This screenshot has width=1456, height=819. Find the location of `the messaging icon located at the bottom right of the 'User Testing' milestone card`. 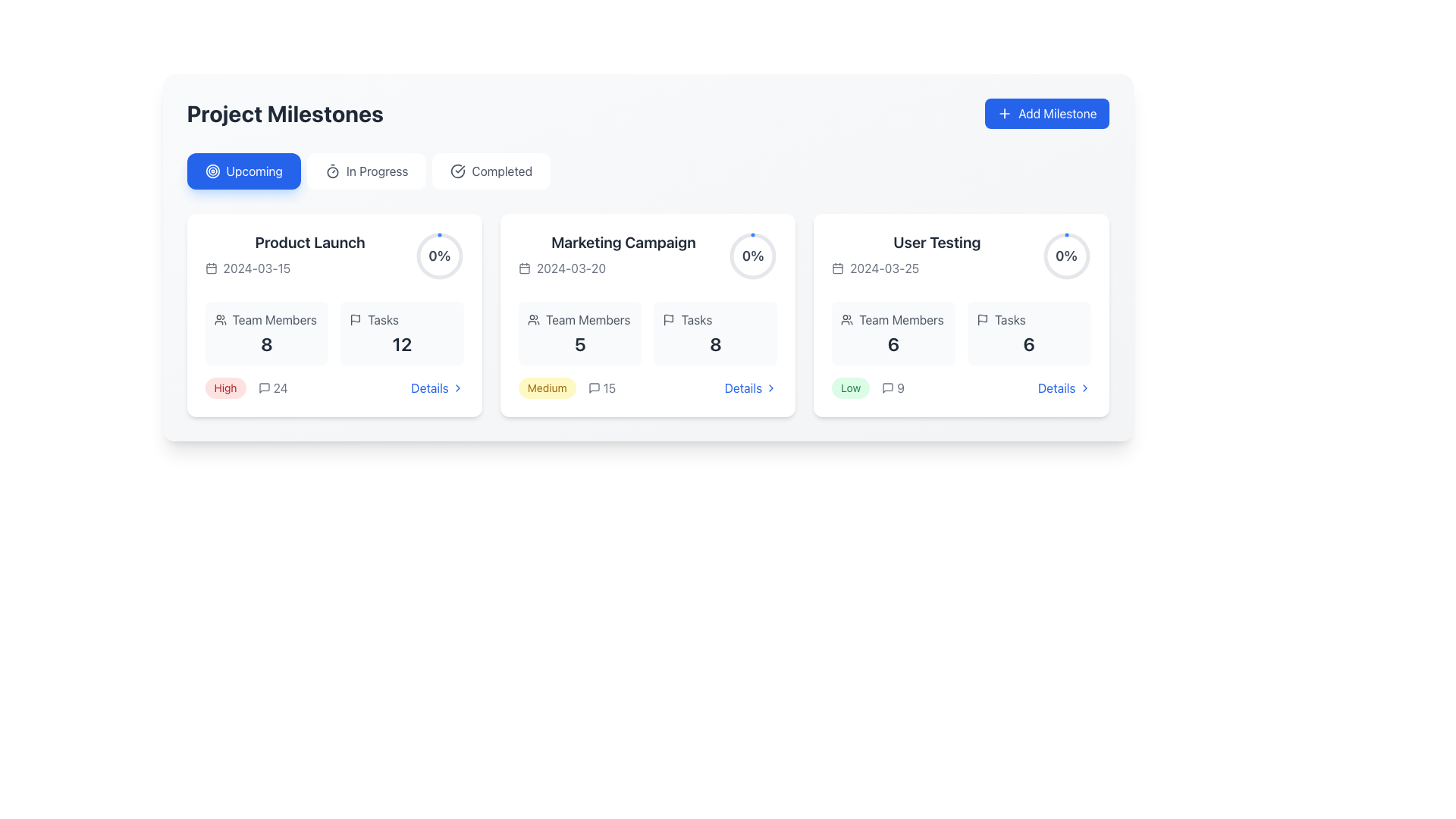

the messaging icon located at the bottom right of the 'User Testing' milestone card is located at coordinates (888, 388).